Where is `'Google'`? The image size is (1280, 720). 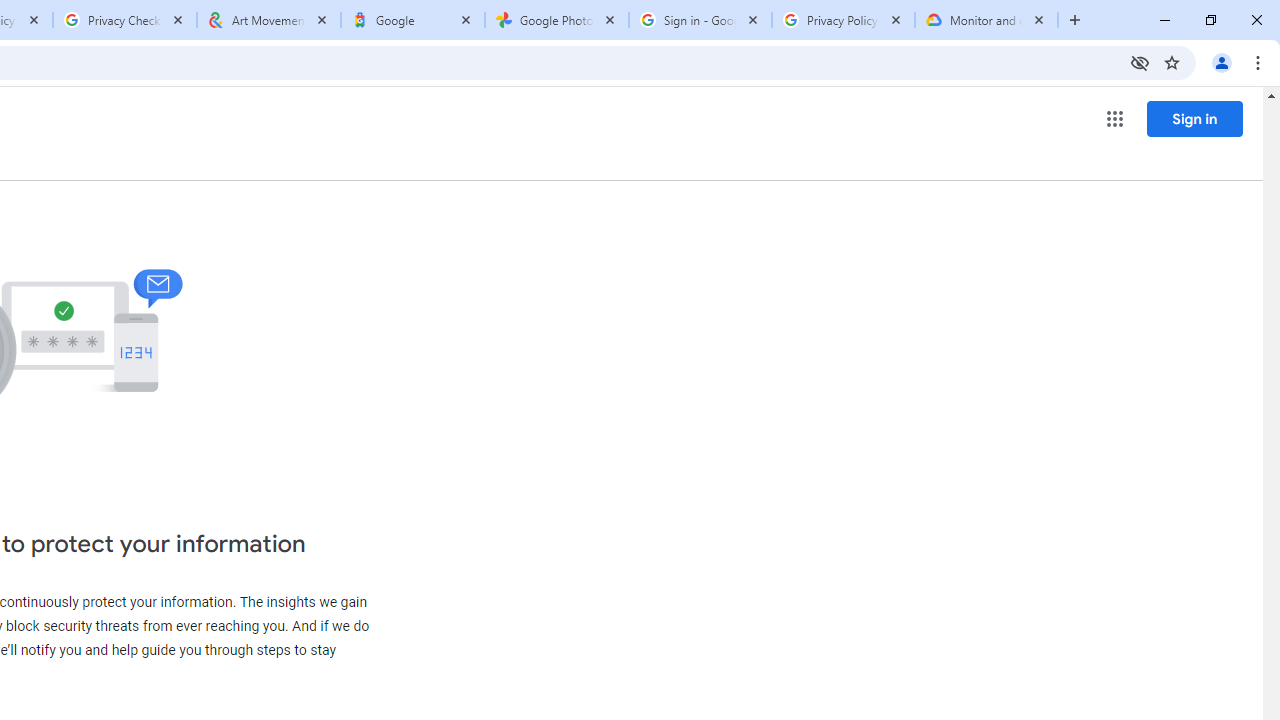 'Google' is located at coordinates (411, 20).